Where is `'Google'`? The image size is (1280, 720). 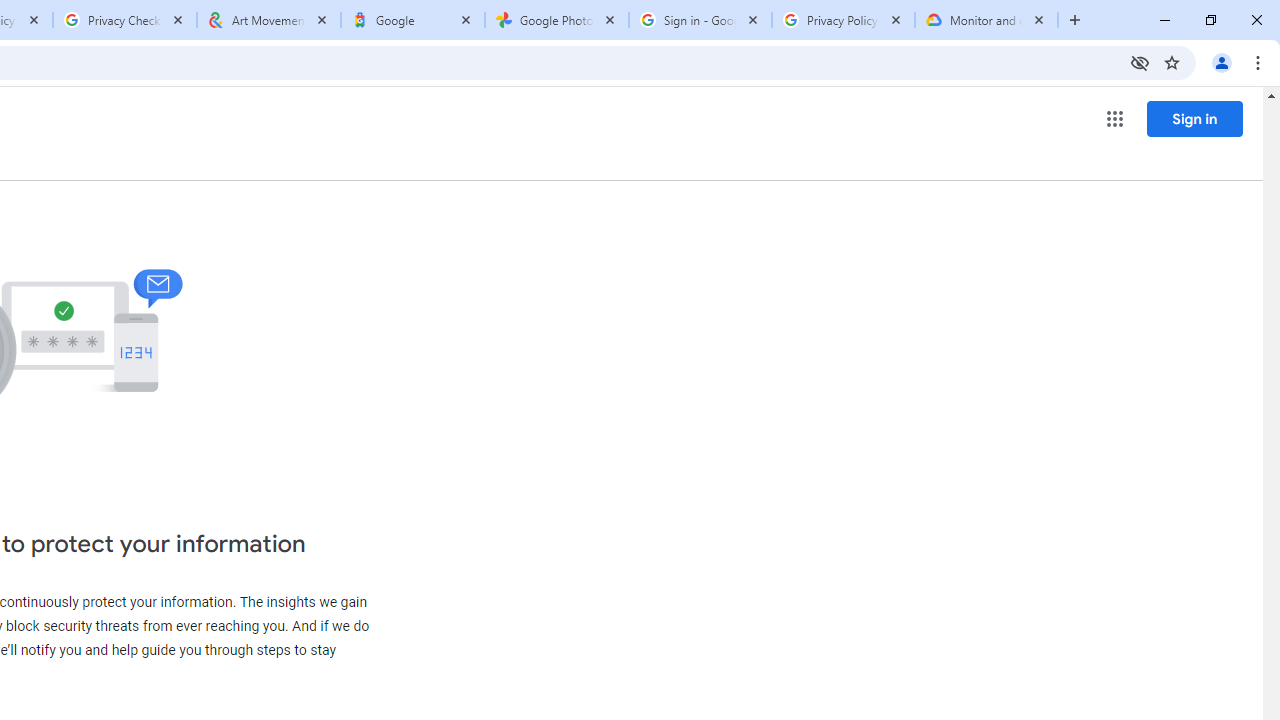 'Google' is located at coordinates (411, 20).